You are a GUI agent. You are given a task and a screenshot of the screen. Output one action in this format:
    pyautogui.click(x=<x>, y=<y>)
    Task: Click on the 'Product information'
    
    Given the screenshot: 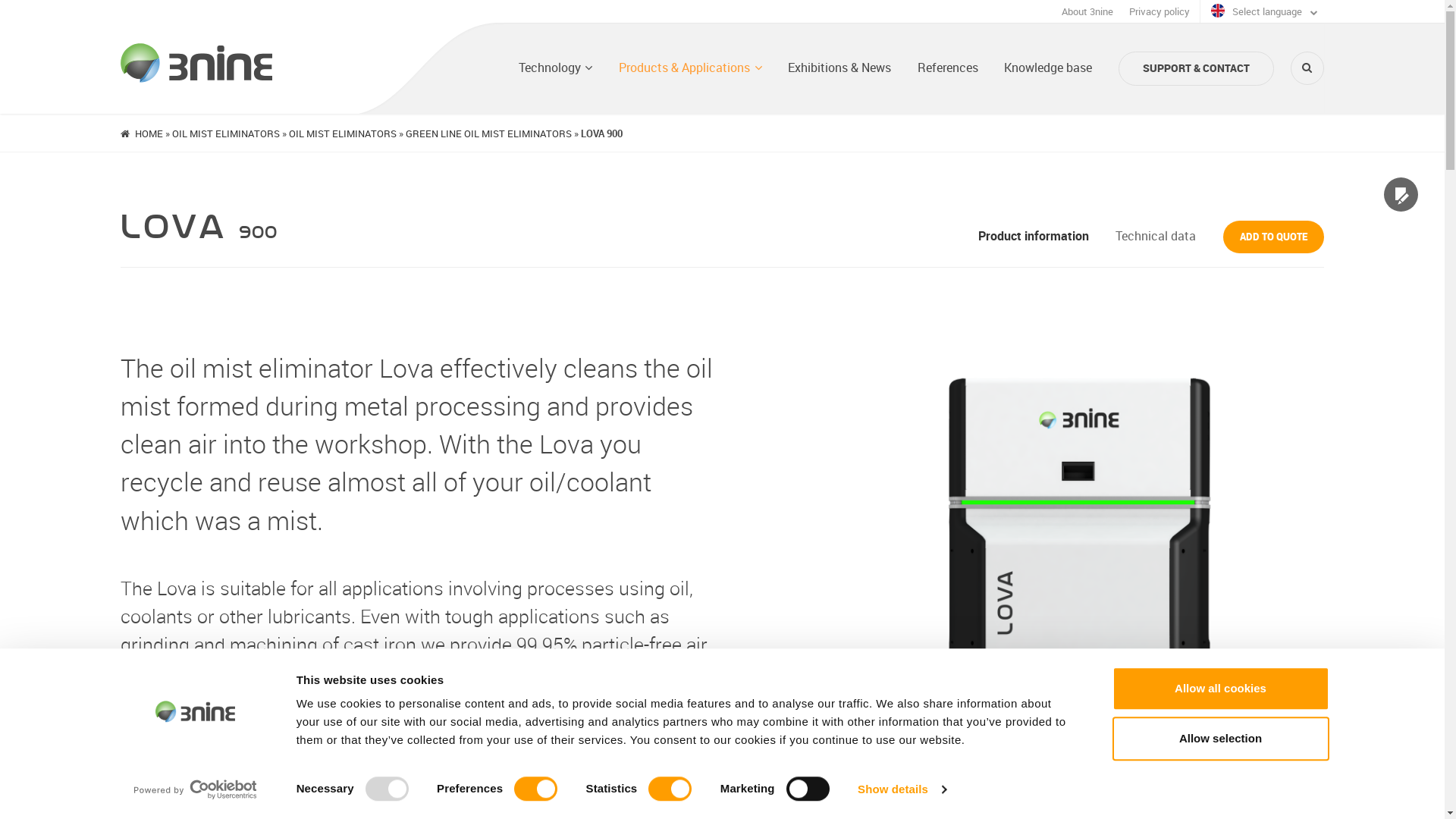 What is the action you would take?
    pyautogui.click(x=978, y=236)
    